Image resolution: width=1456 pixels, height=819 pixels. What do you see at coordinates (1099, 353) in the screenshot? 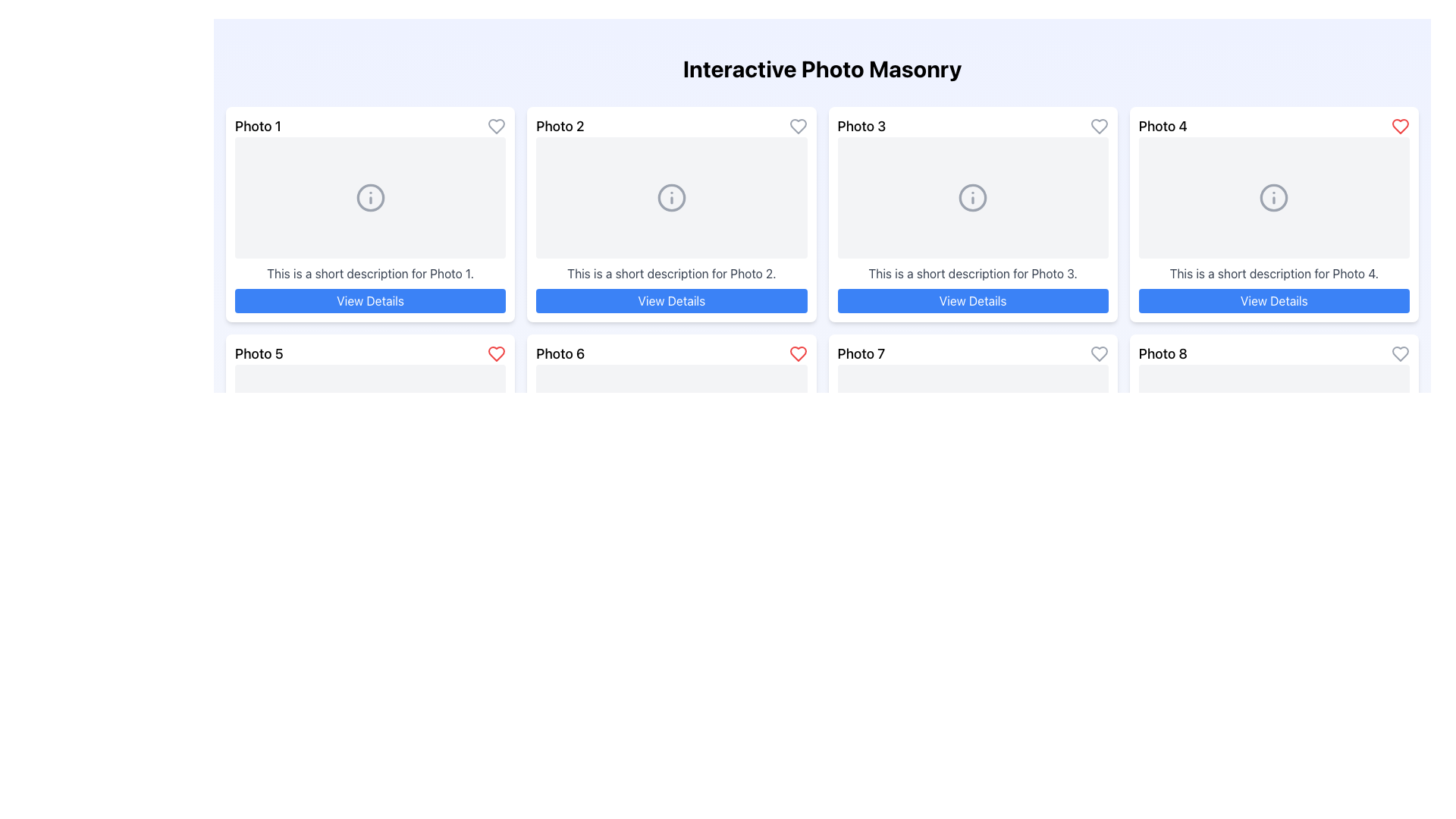
I see `the heart icon in the top-right corner of the 'Photo 7' card to mark the associated item as a favorite` at bounding box center [1099, 353].